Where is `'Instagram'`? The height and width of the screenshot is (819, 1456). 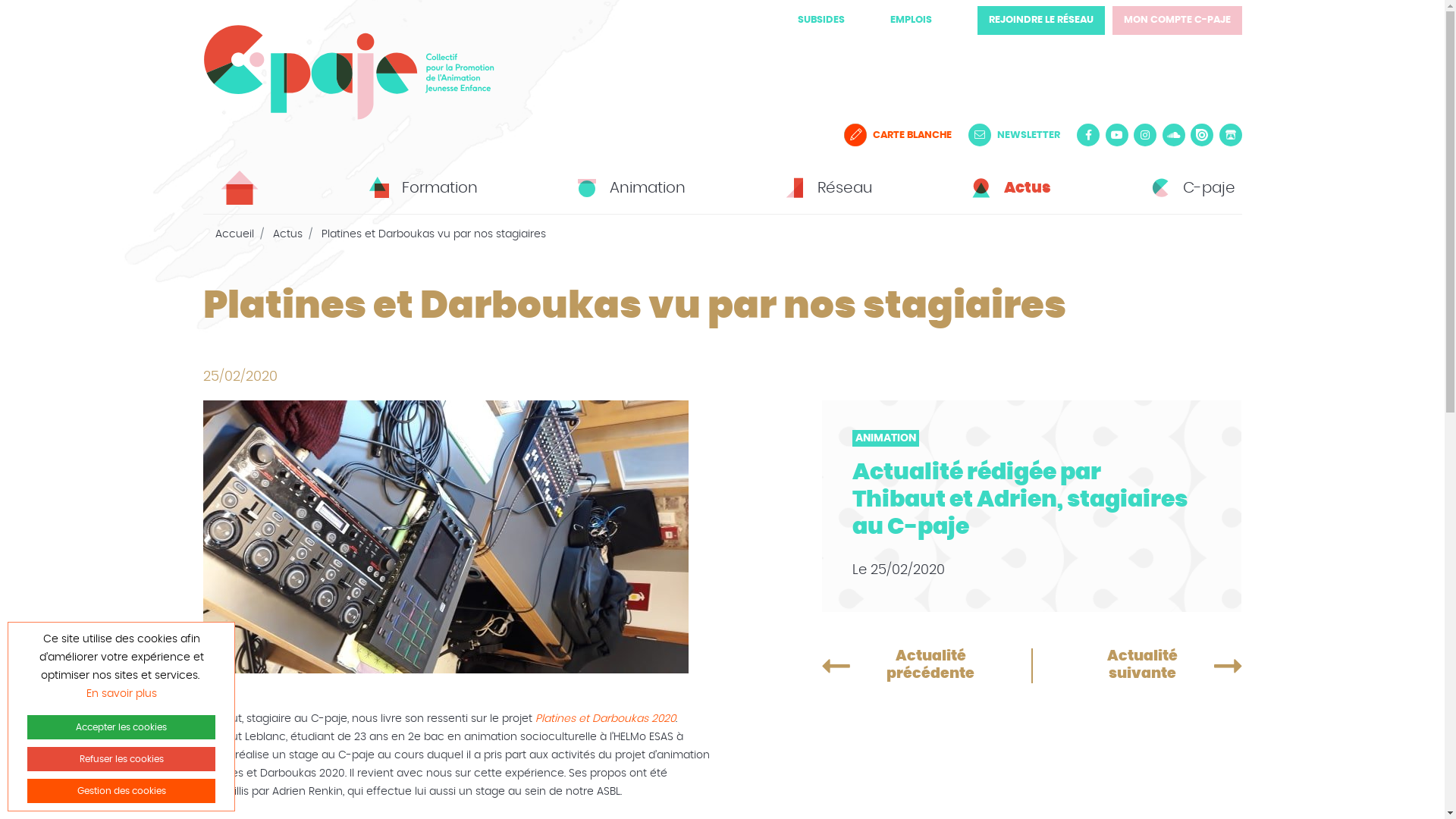 'Instagram' is located at coordinates (1145, 133).